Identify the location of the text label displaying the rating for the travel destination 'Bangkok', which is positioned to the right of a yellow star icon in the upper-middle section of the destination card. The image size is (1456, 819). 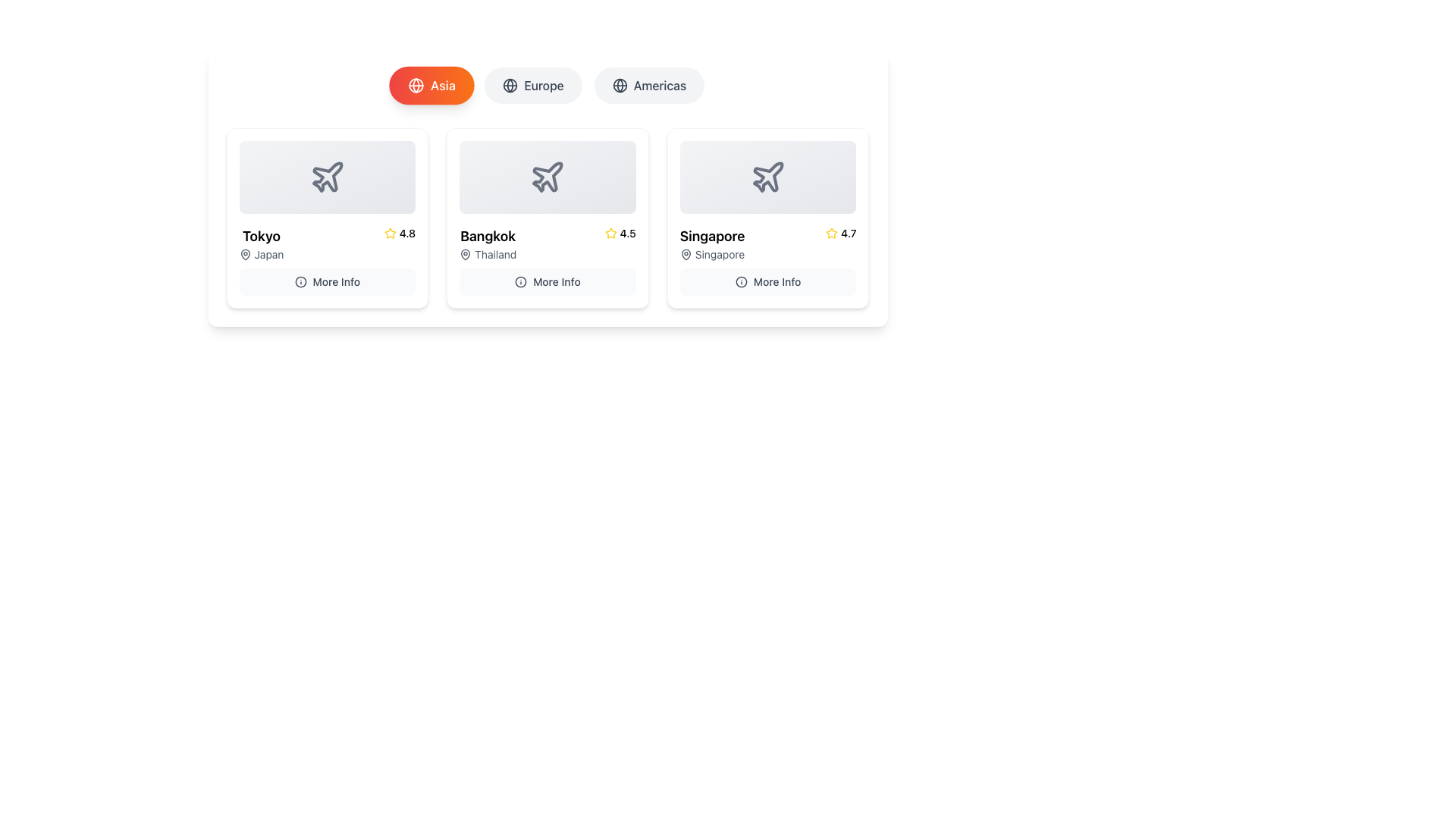
(628, 234).